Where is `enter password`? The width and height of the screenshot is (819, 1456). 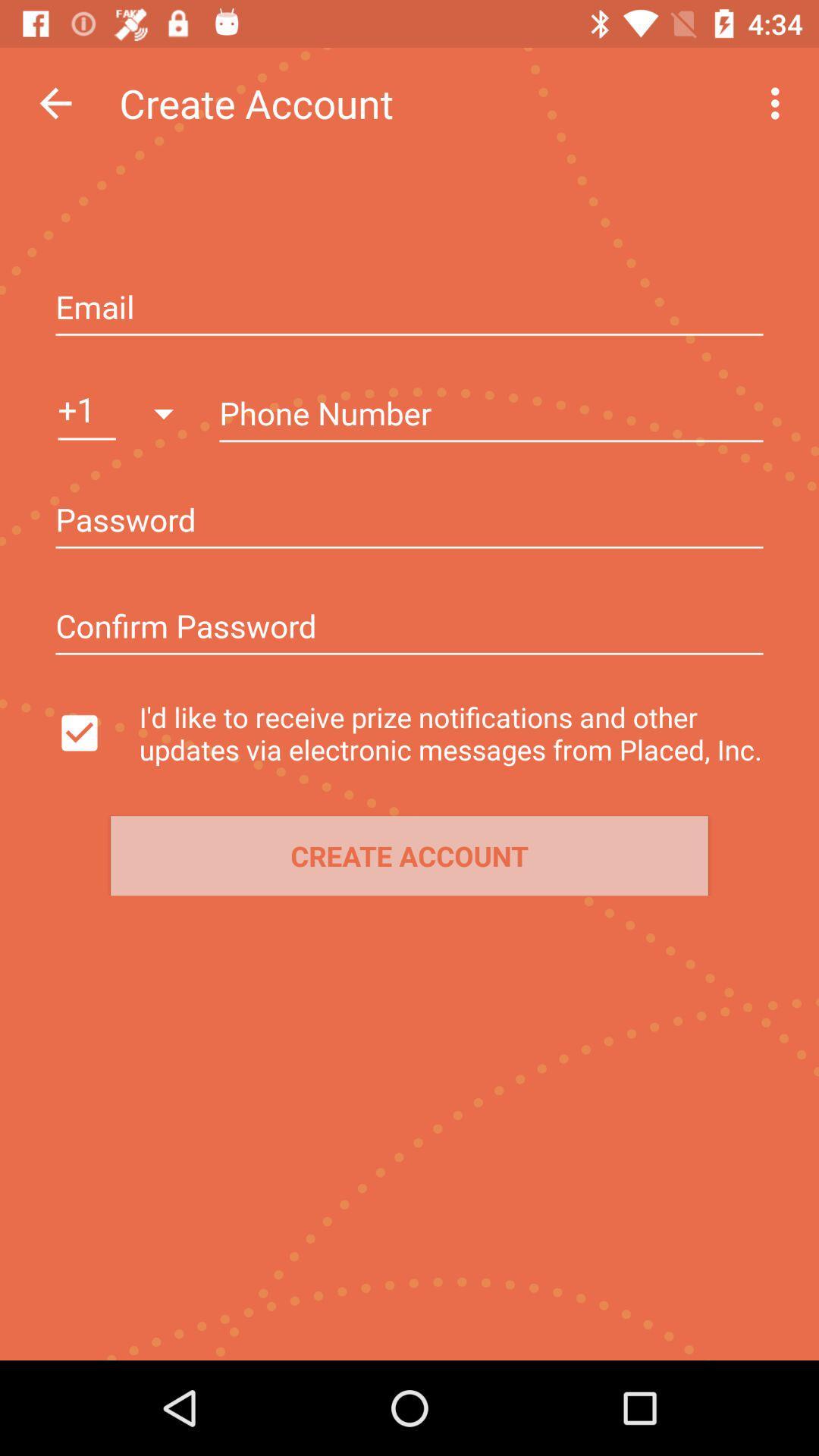
enter password is located at coordinates (409, 522).